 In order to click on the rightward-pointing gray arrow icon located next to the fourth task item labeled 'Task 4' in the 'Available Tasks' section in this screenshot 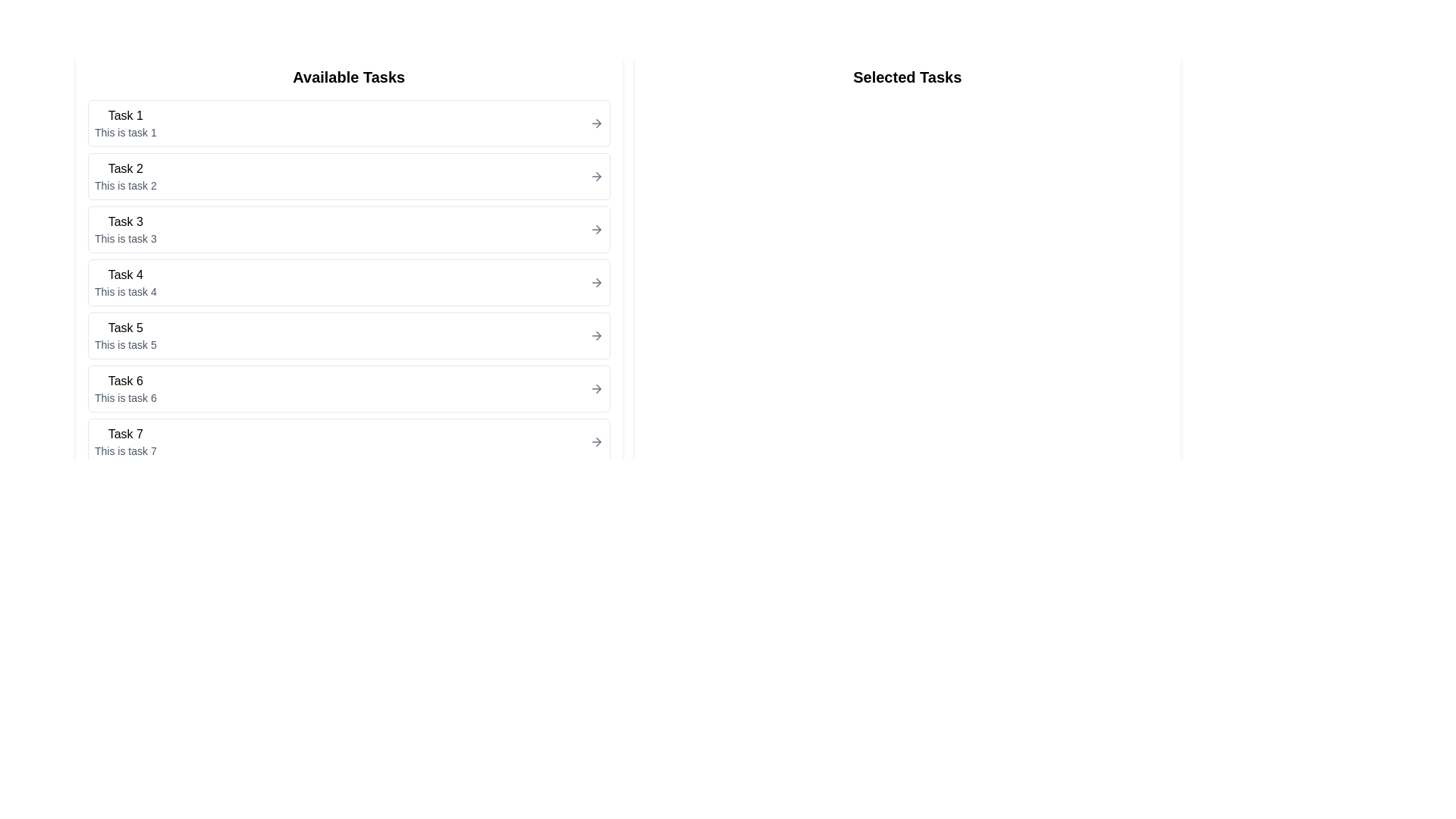, I will do `click(595, 230)`.